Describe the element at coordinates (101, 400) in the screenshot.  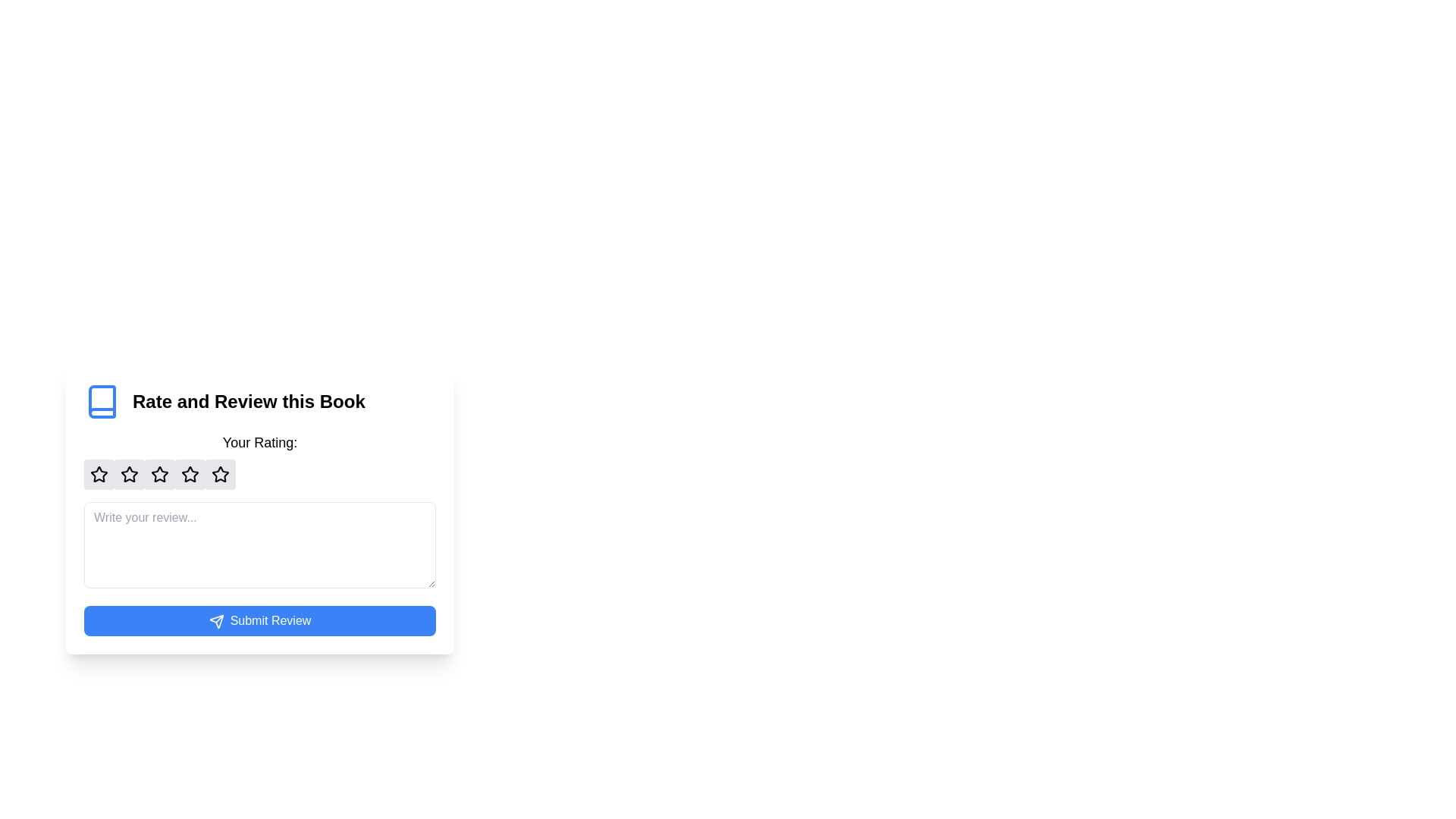
I see `the blue outlined book icon located to the far left of the 'Rate and Review this Book' section for additional details` at that location.